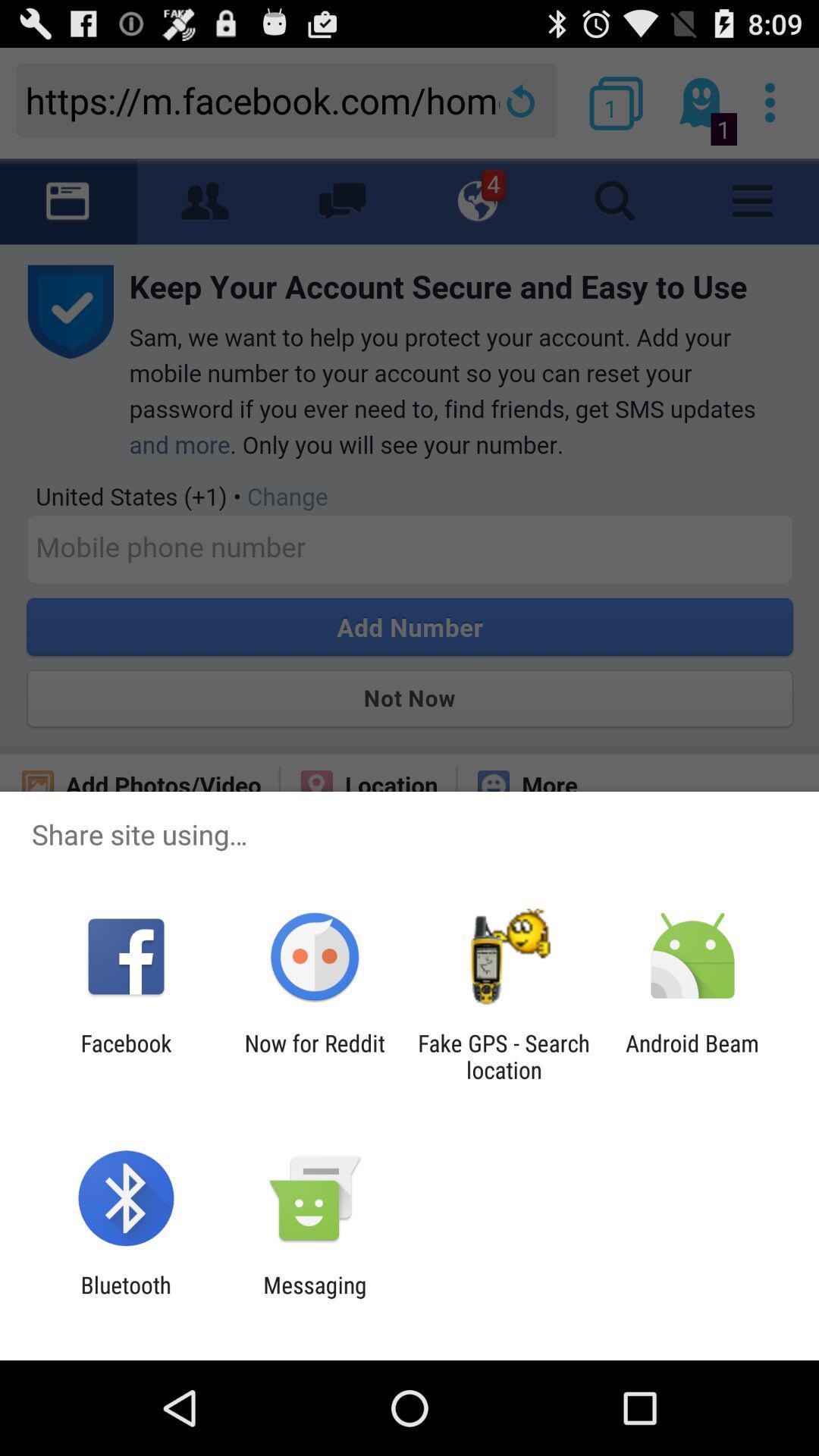 Image resolution: width=819 pixels, height=1456 pixels. What do you see at coordinates (692, 1056) in the screenshot?
I see `icon next to fake gps search item` at bounding box center [692, 1056].